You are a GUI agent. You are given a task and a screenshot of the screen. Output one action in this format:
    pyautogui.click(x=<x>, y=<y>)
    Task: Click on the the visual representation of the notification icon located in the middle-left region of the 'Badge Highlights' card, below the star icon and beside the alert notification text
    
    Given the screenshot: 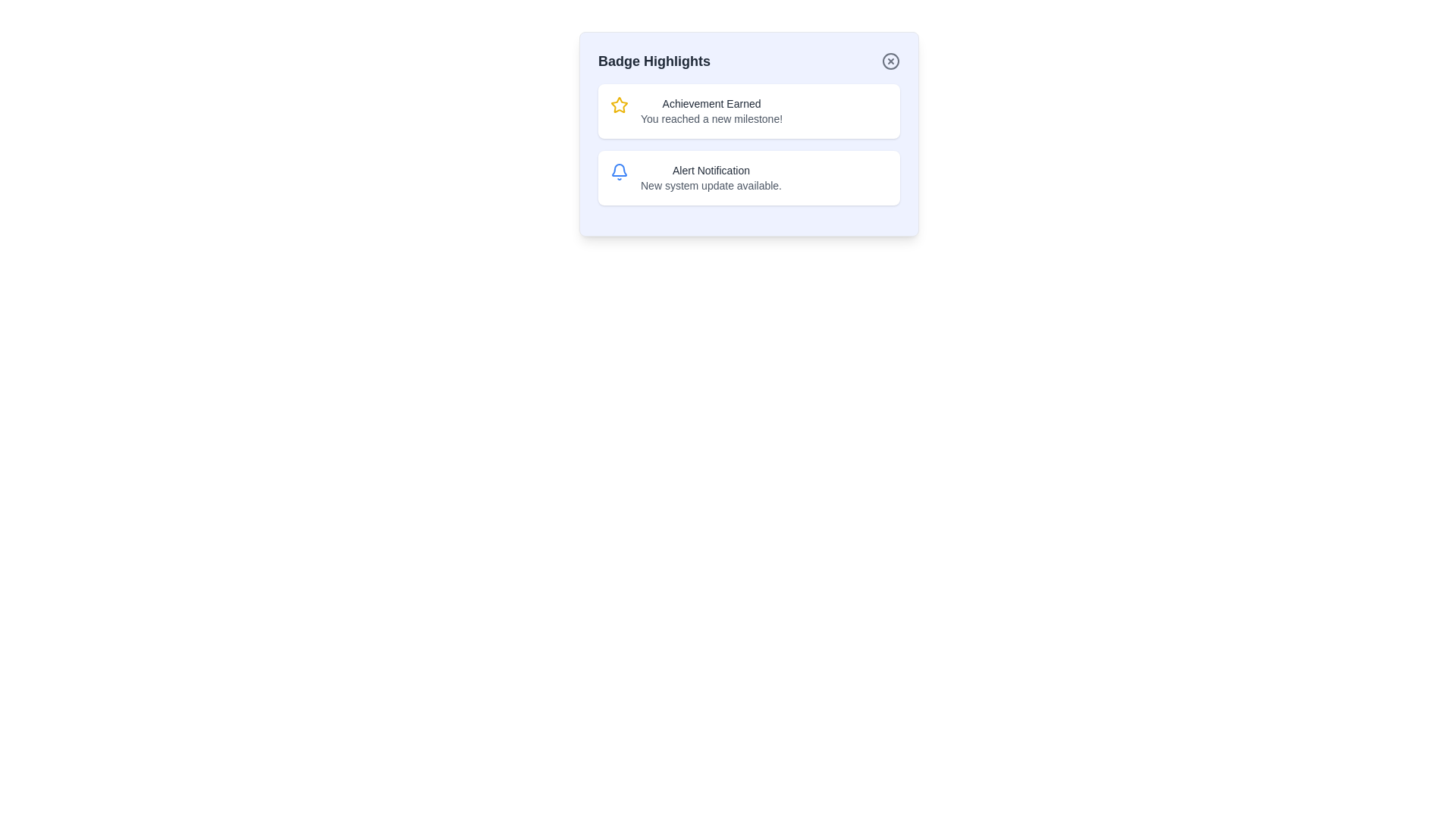 What is the action you would take?
    pyautogui.click(x=619, y=170)
    